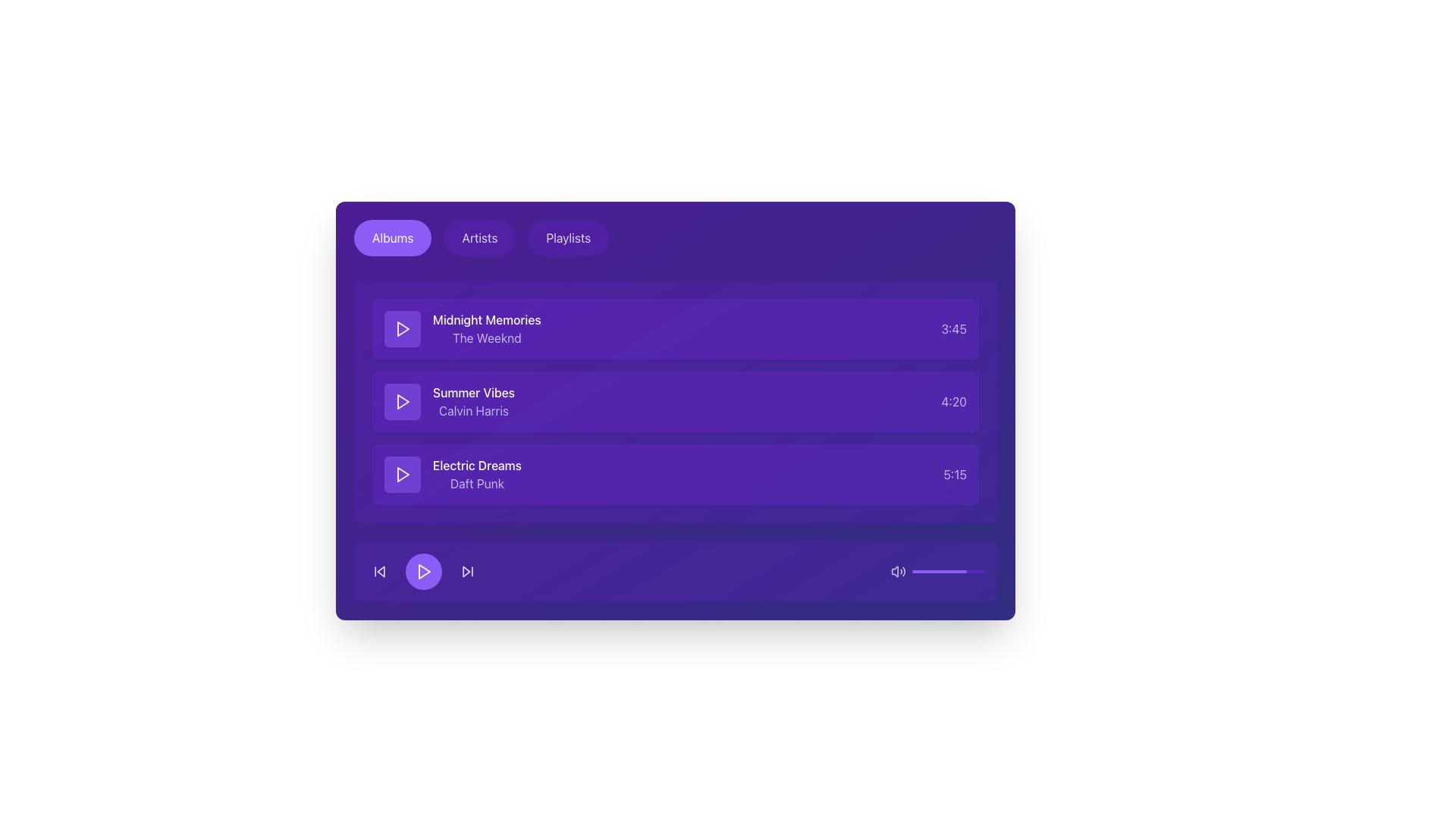  What do you see at coordinates (476, 464) in the screenshot?
I see `the text label for the song 'Electric Dreams', which is the first line of text in the third item of a vertical list of playlist entries` at bounding box center [476, 464].